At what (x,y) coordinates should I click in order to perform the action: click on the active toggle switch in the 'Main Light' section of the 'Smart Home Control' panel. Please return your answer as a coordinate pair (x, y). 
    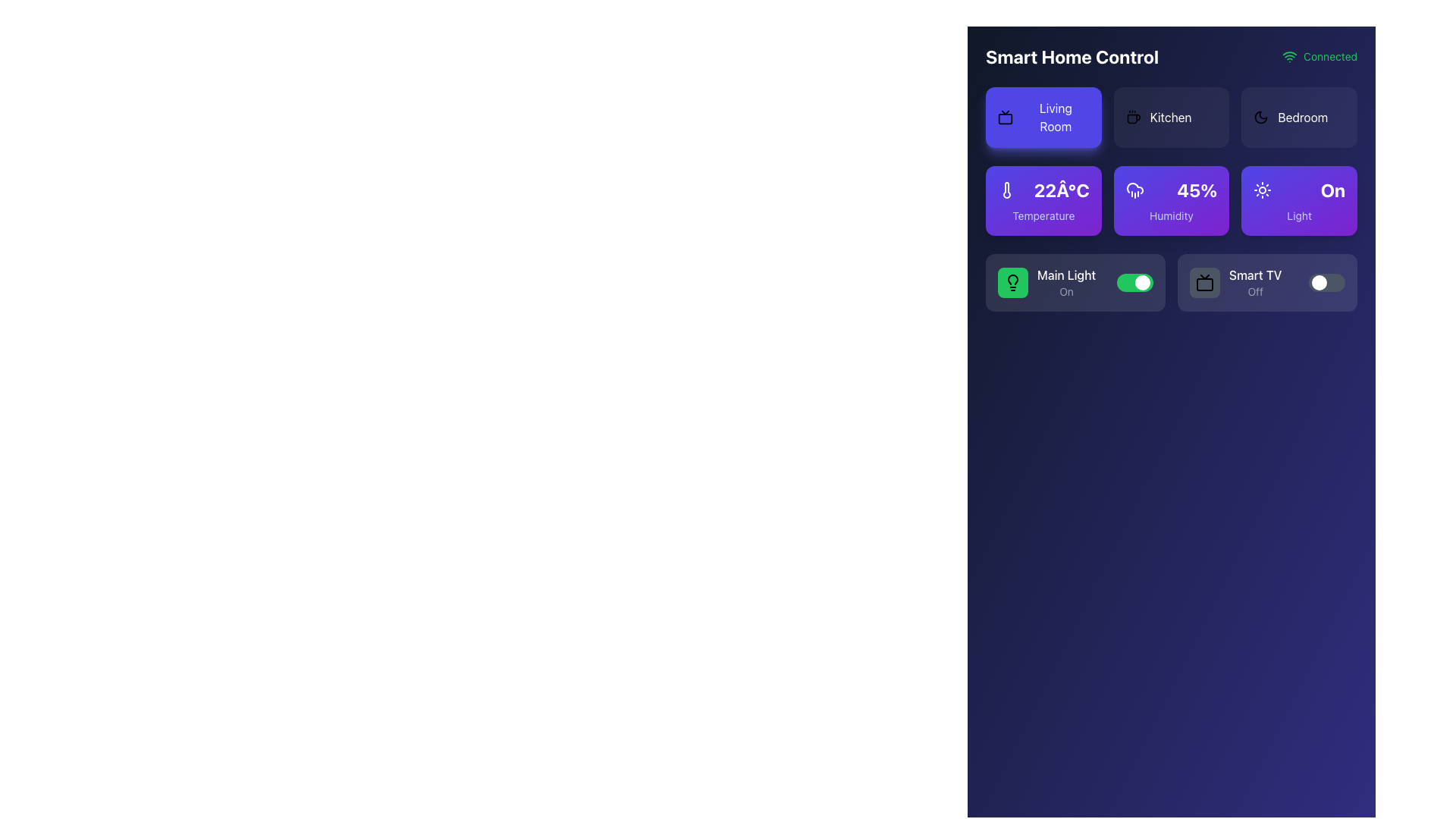
    Looking at the image, I should click on (1135, 283).